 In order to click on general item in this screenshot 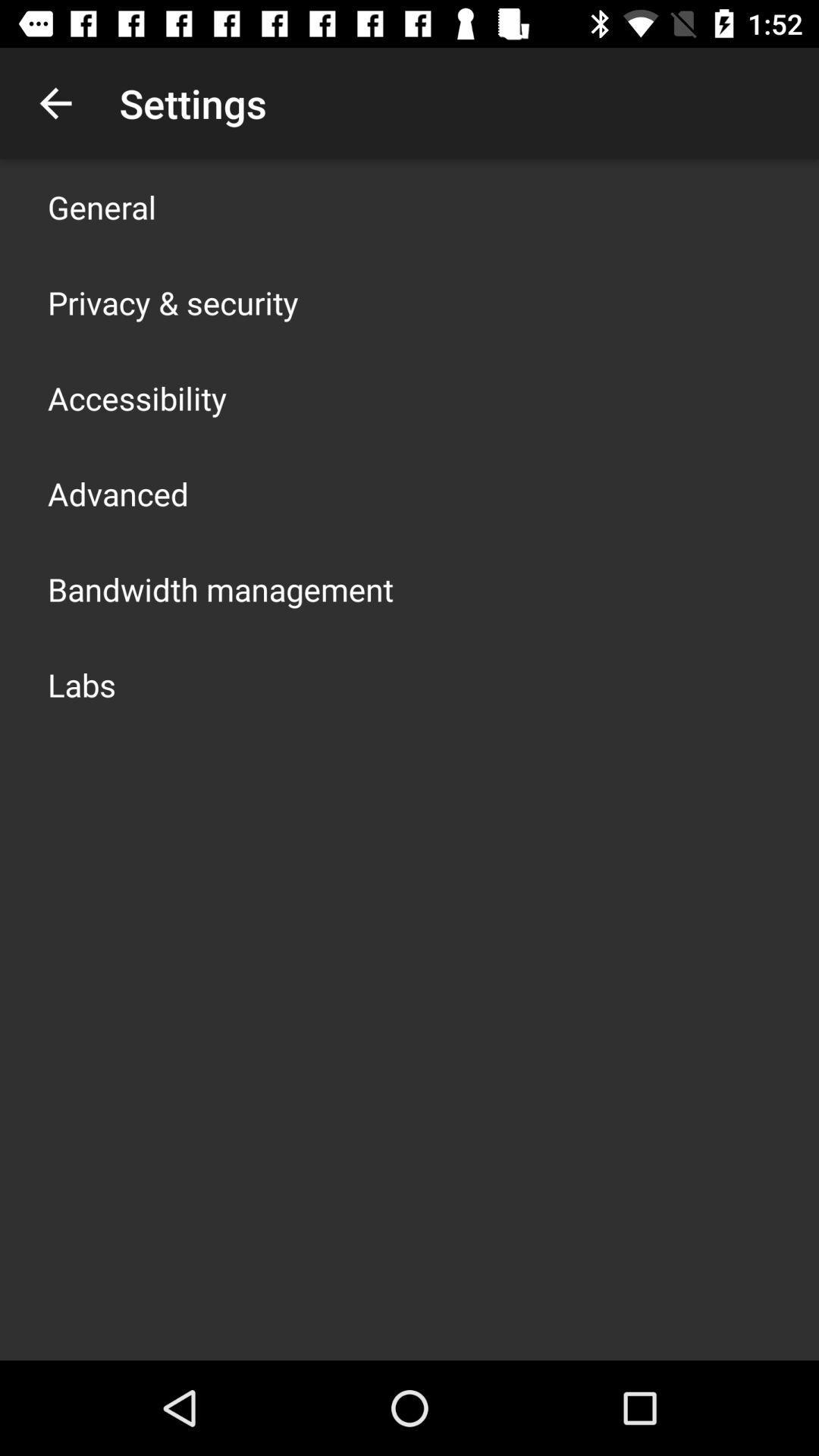, I will do `click(102, 206)`.